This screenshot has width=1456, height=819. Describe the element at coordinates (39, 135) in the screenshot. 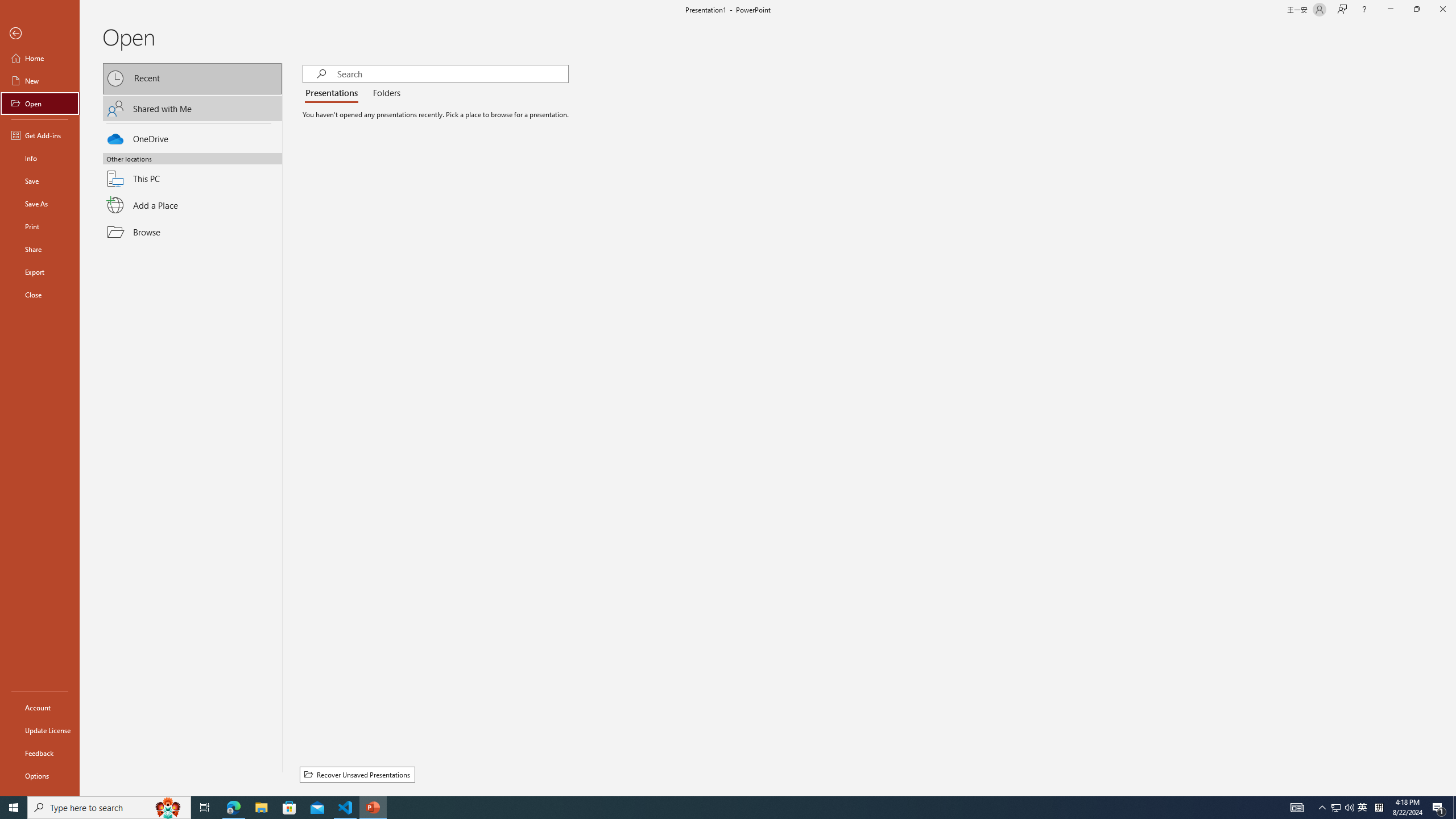

I see `'Get Add-ins'` at that location.